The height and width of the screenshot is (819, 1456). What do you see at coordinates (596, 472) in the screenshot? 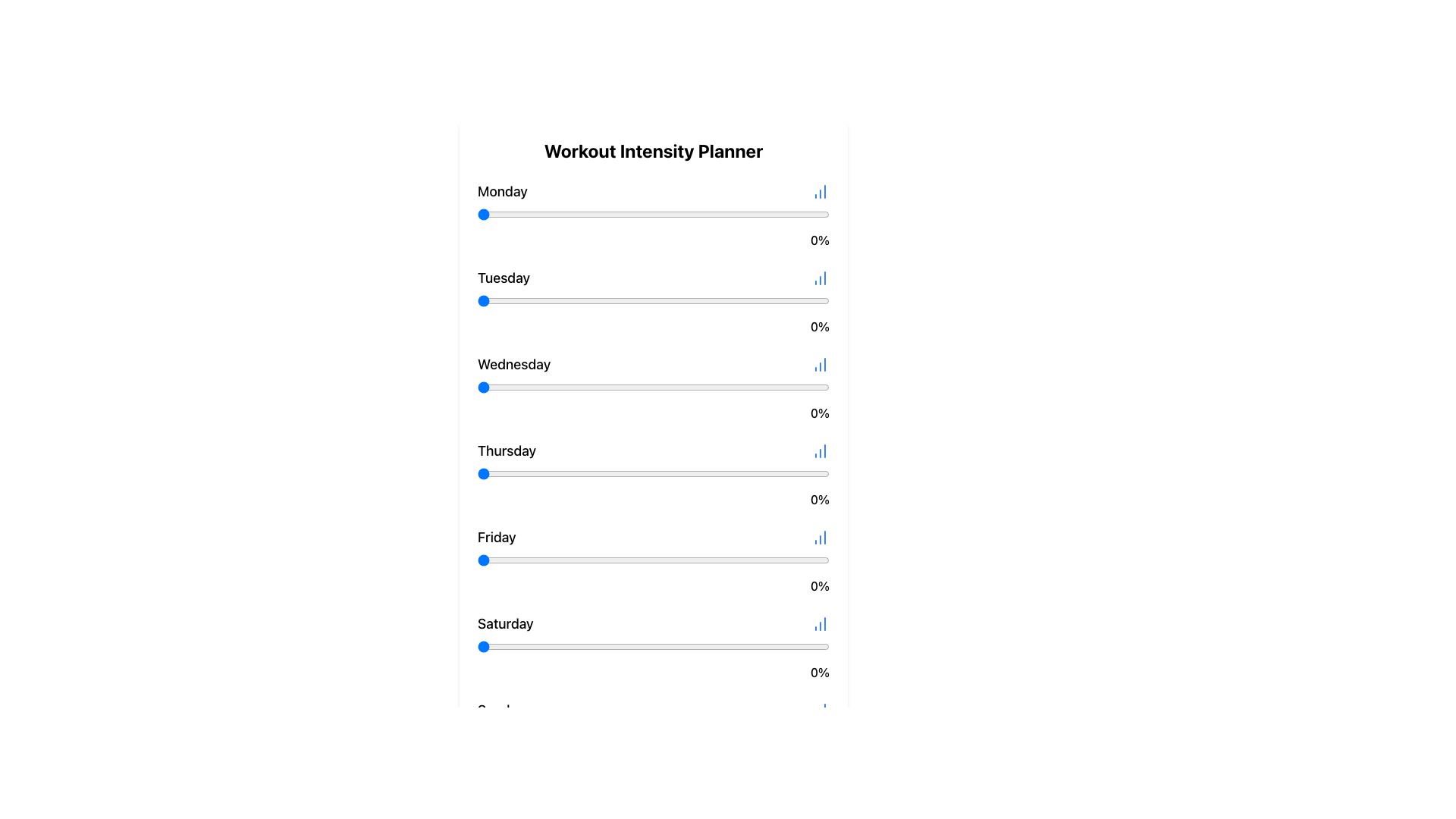
I see `the 'Thursday' slider` at bounding box center [596, 472].